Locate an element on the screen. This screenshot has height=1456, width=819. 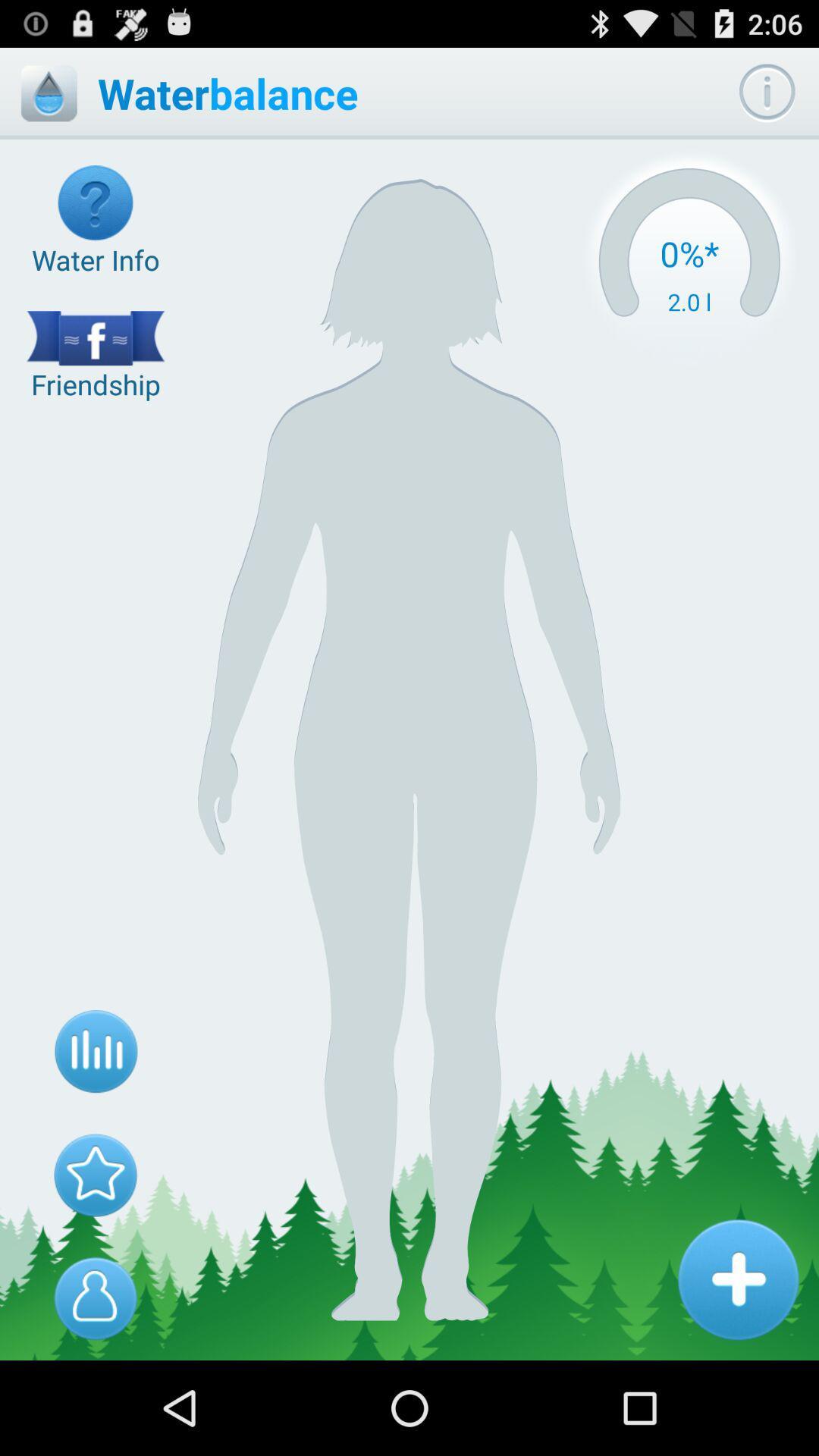
favorite is located at coordinates (96, 1174).